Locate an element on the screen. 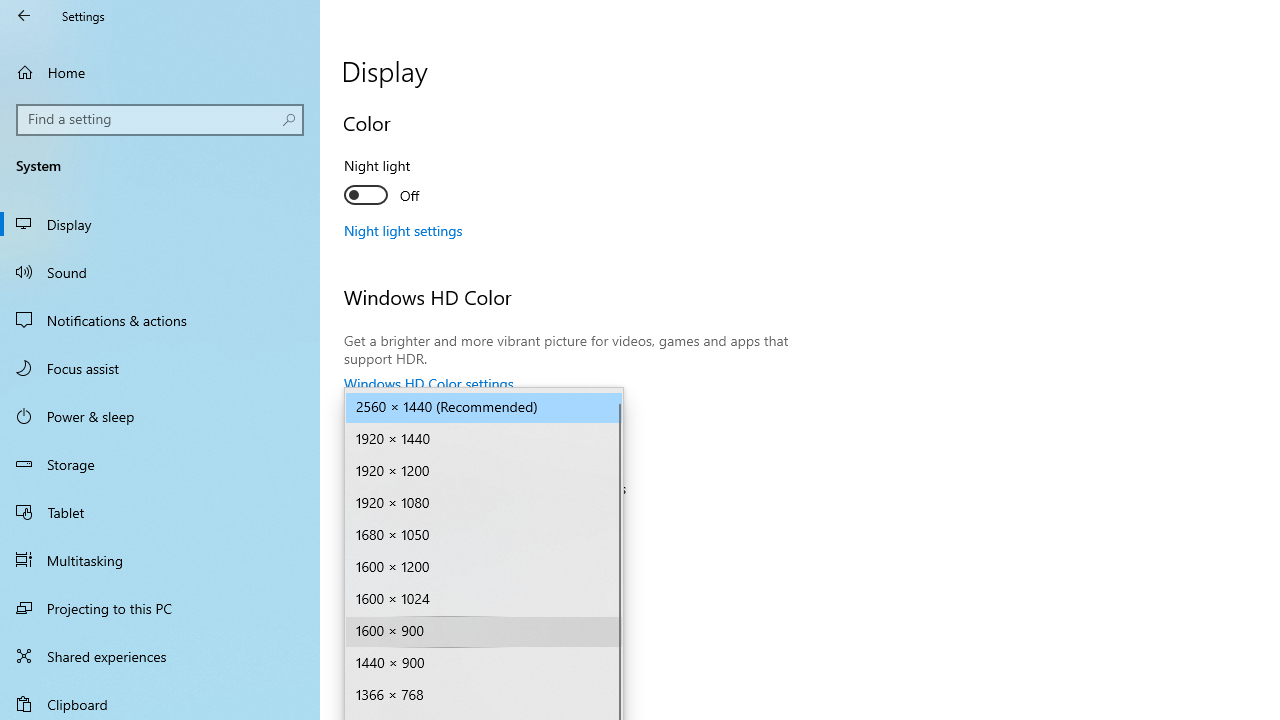  'Storage' is located at coordinates (160, 464).